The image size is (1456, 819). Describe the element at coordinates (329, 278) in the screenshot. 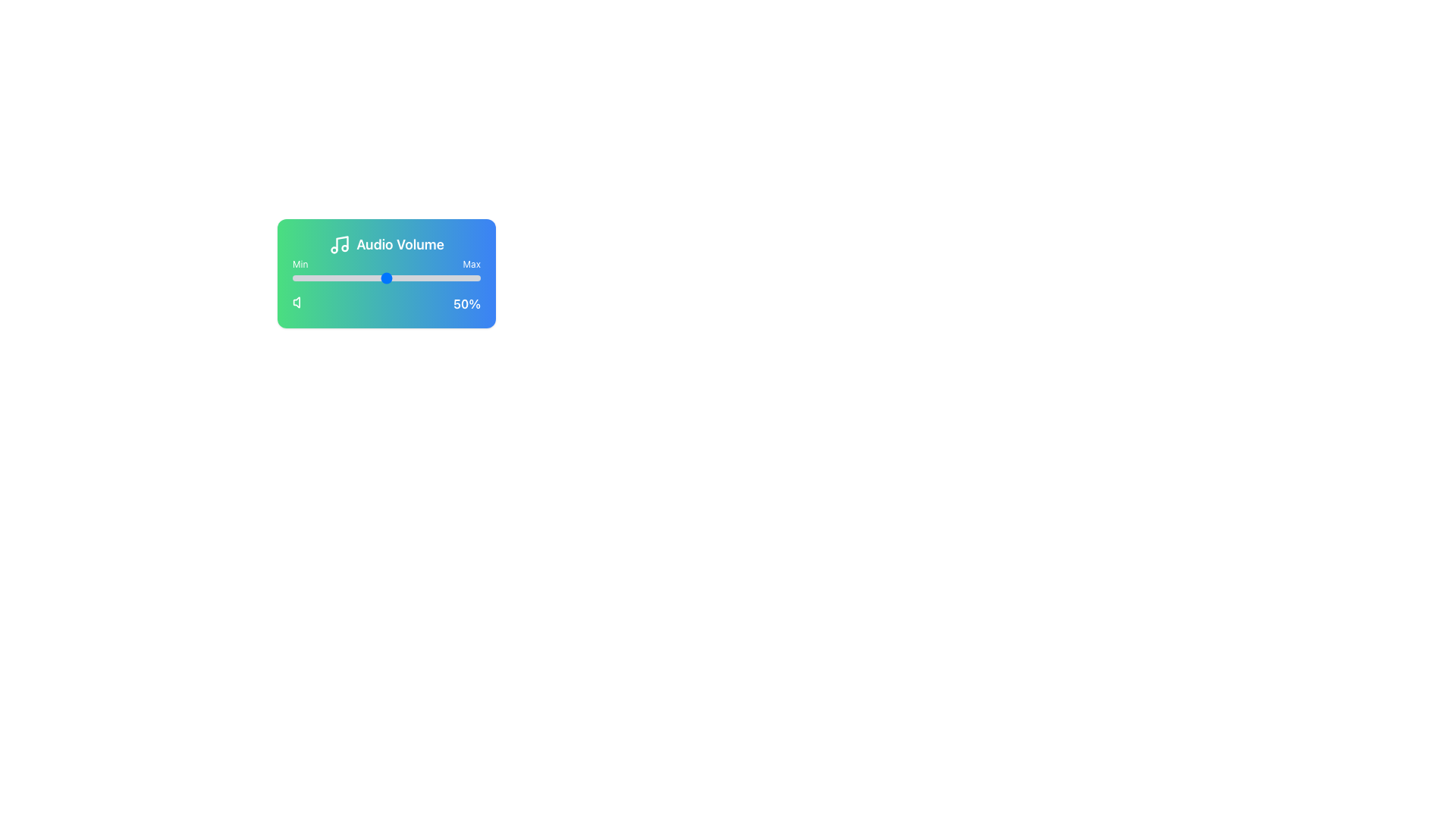

I see `the slider` at that location.